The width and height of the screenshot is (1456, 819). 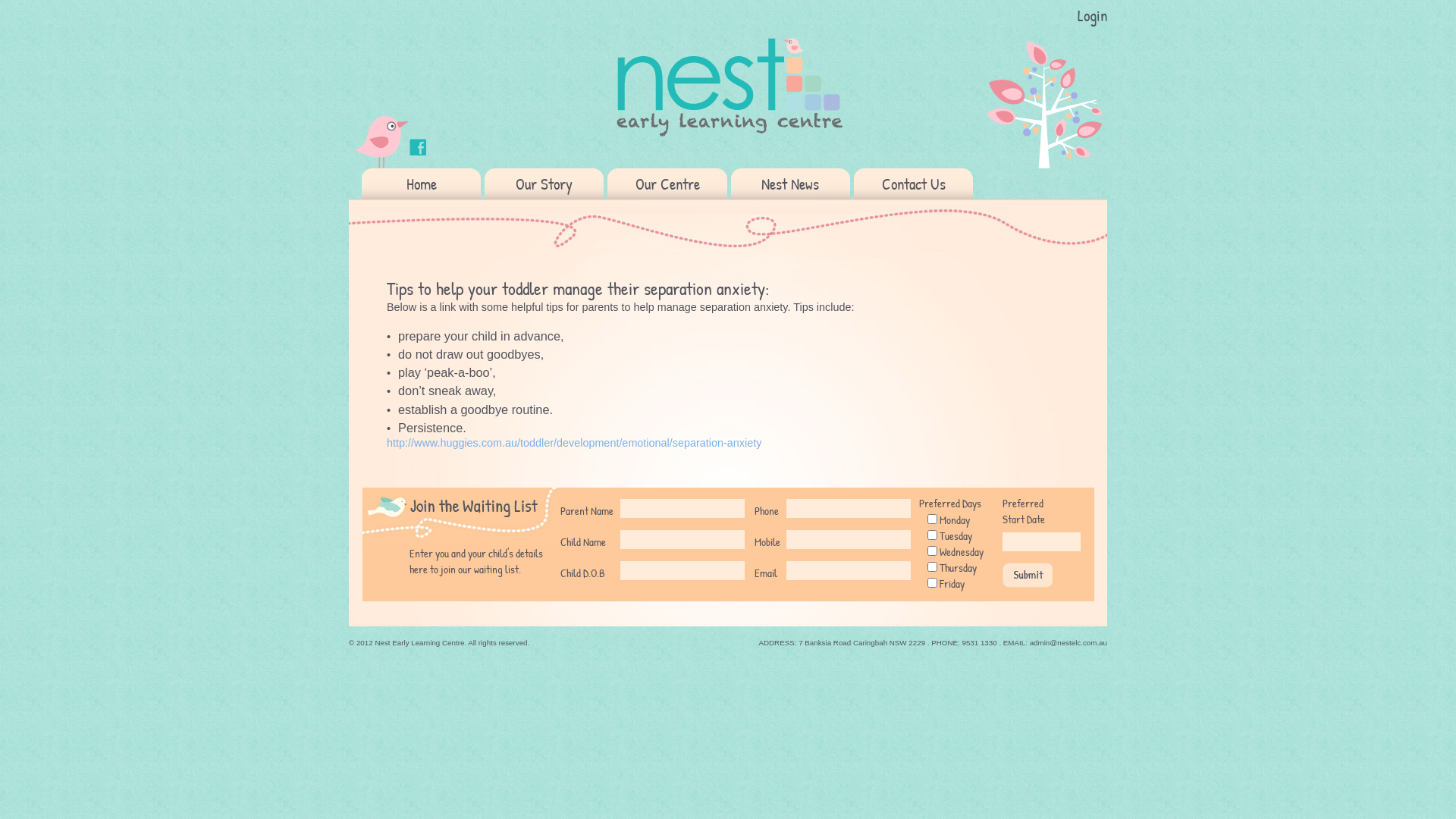 I want to click on 'Contact Us', so click(x=912, y=183).